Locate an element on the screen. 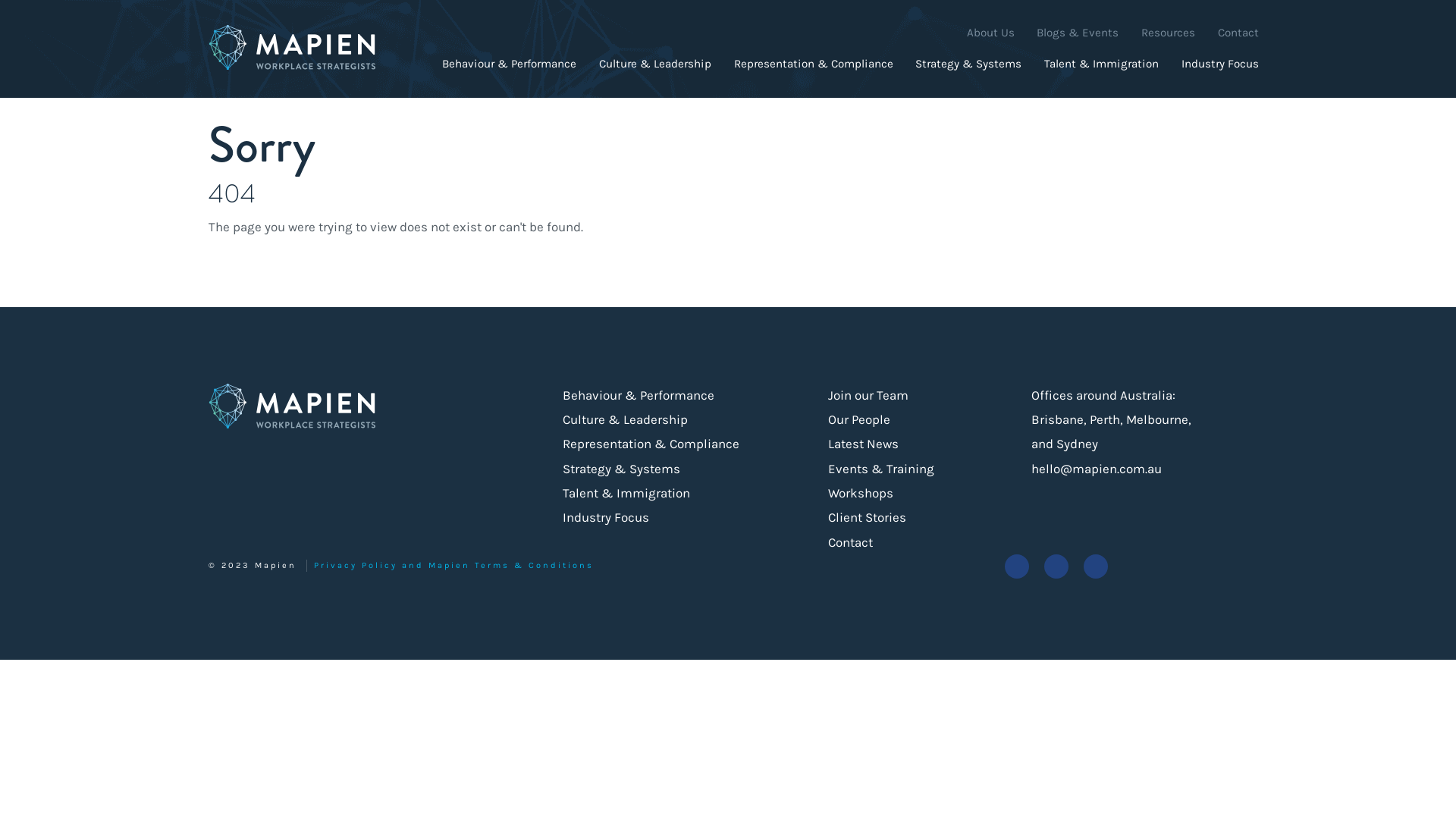 The width and height of the screenshot is (1456, 819). 'Strategy & Systems' is located at coordinates (621, 467).